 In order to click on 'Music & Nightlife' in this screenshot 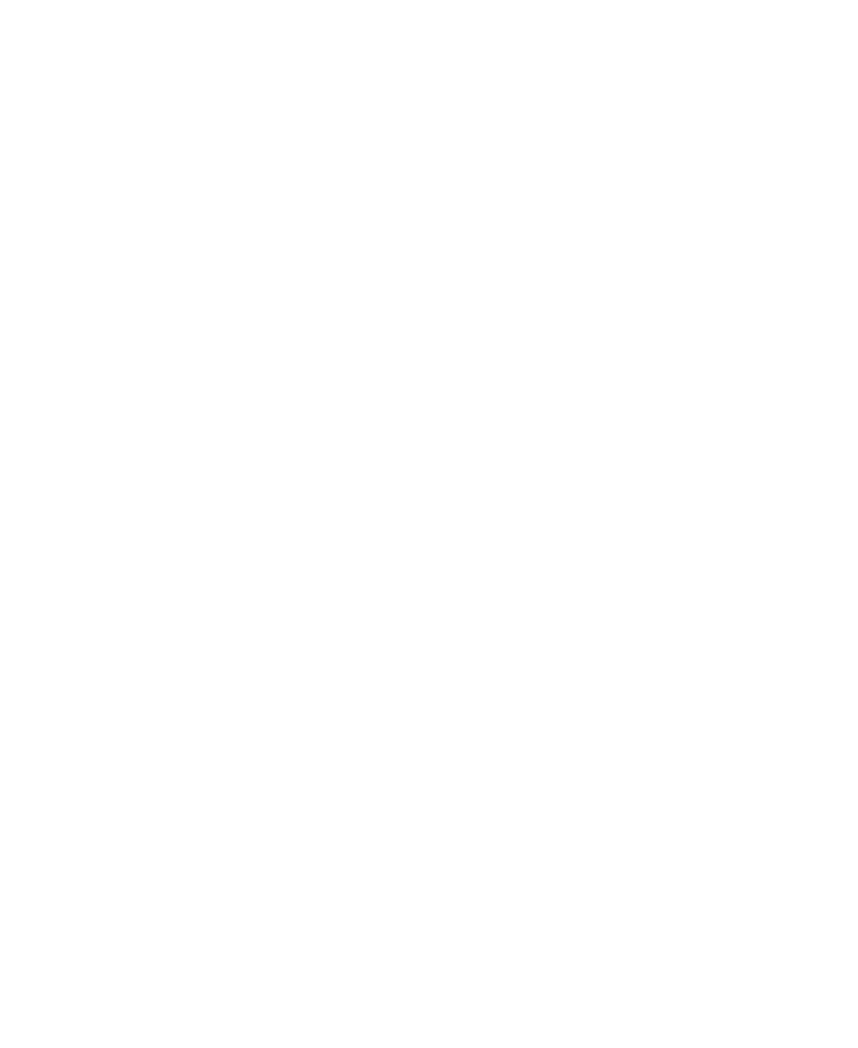, I will do `click(145, 349)`.